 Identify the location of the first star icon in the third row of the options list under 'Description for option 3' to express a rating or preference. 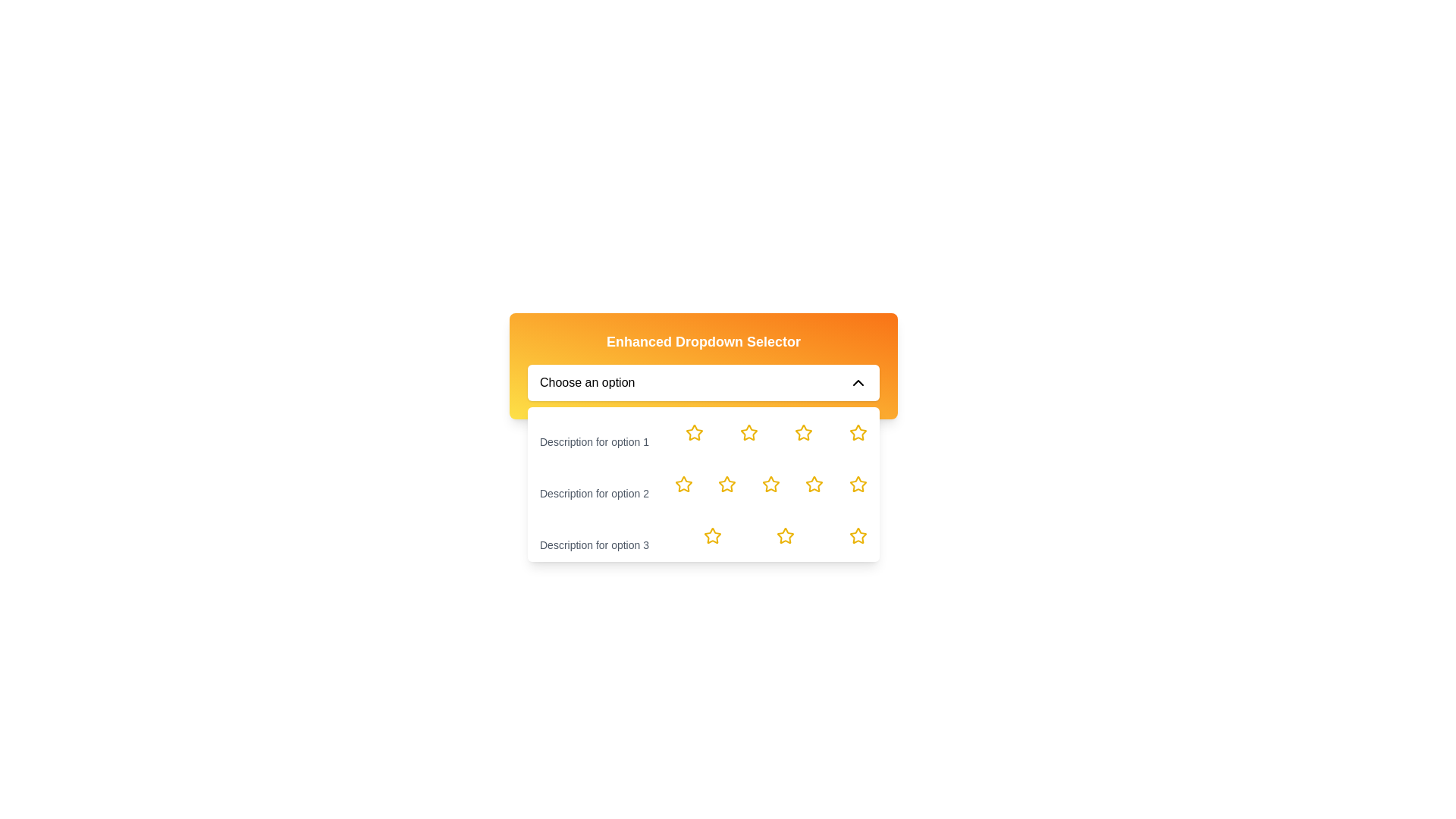
(712, 535).